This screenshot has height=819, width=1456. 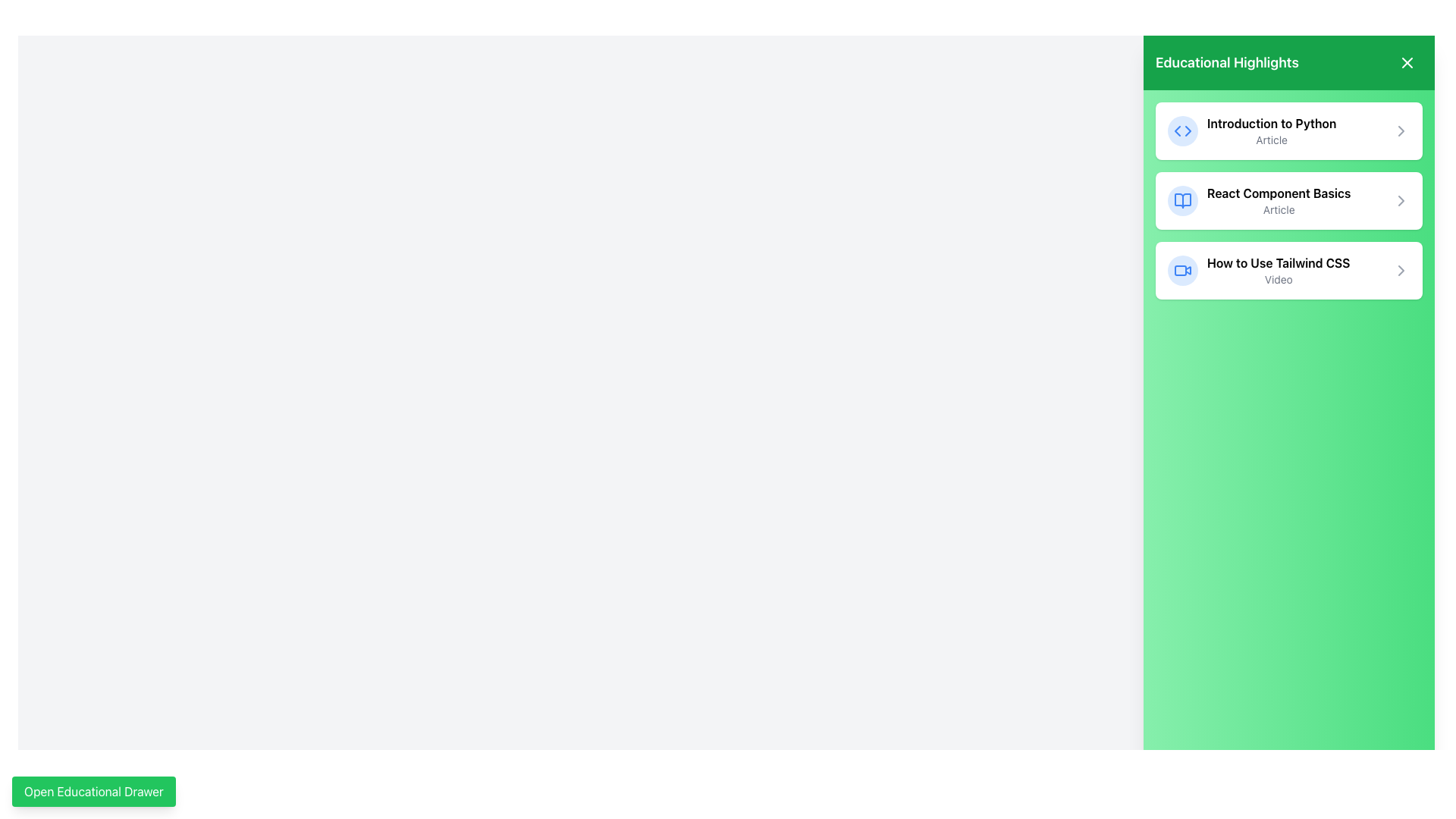 What do you see at coordinates (1182, 200) in the screenshot?
I see `the circular button with a light blue fill and a dark blue open book icon located to the left of the list item labeled 'React Component Basics'` at bounding box center [1182, 200].